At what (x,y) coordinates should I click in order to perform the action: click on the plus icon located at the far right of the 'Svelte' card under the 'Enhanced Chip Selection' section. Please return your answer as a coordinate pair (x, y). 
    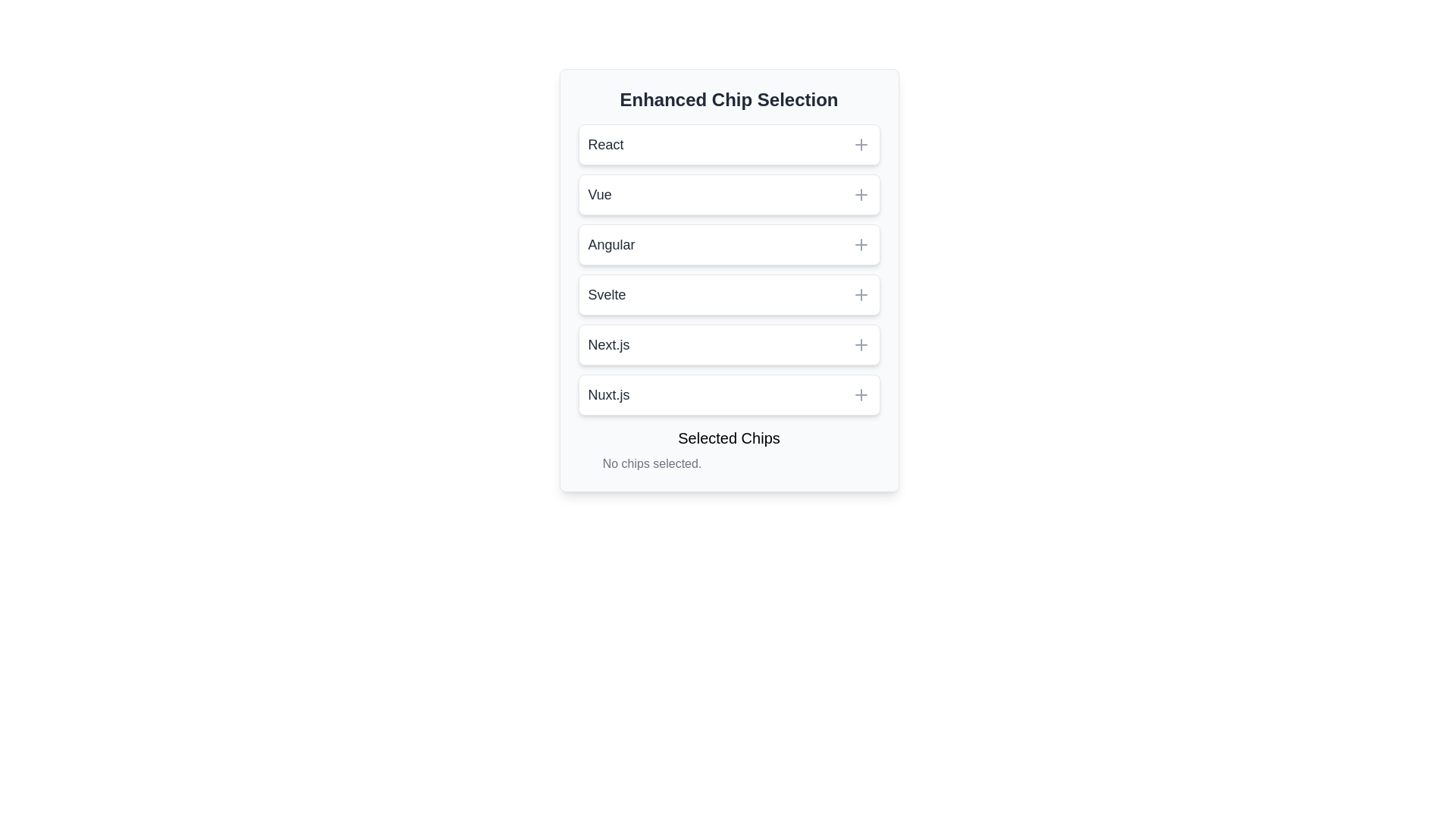
    Looking at the image, I should click on (861, 295).